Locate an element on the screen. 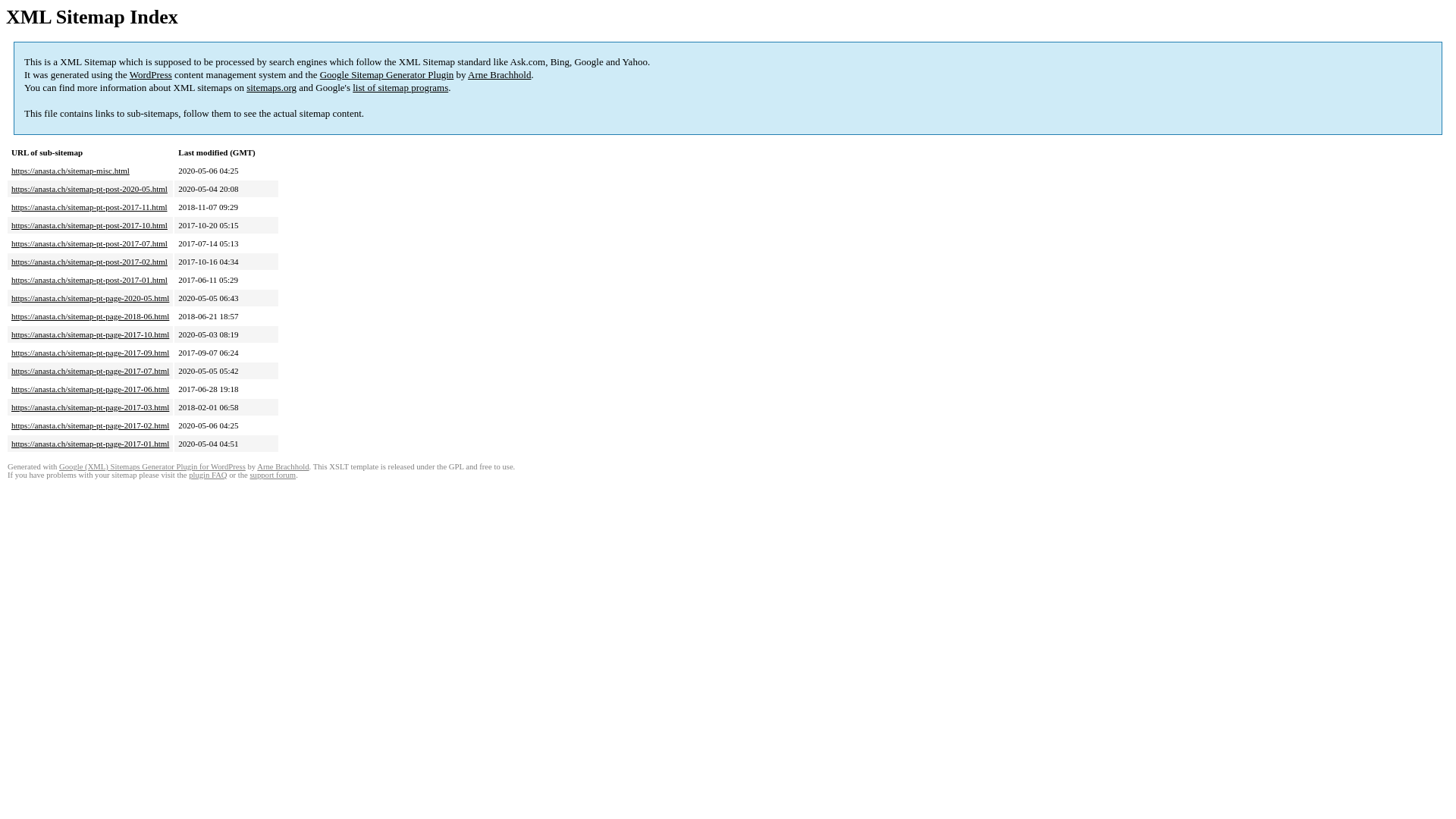  'https://anasta.ch/sitemap-pt-page-2017-03.html' is located at coordinates (89, 406).